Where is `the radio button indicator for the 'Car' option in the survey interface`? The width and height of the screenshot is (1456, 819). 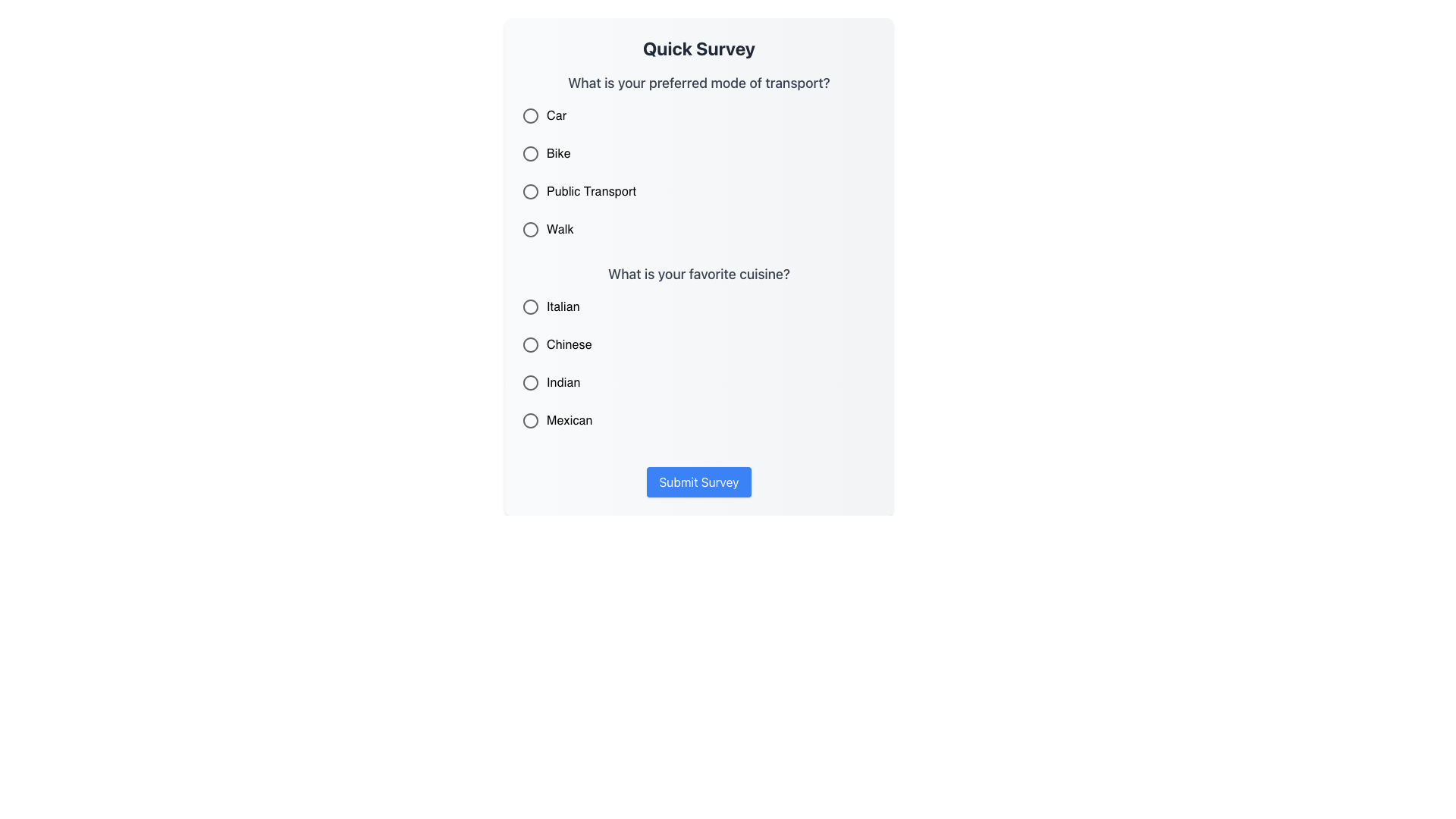 the radio button indicator for the 'Car' option in the survey interface is located at coordinates (531, 115).